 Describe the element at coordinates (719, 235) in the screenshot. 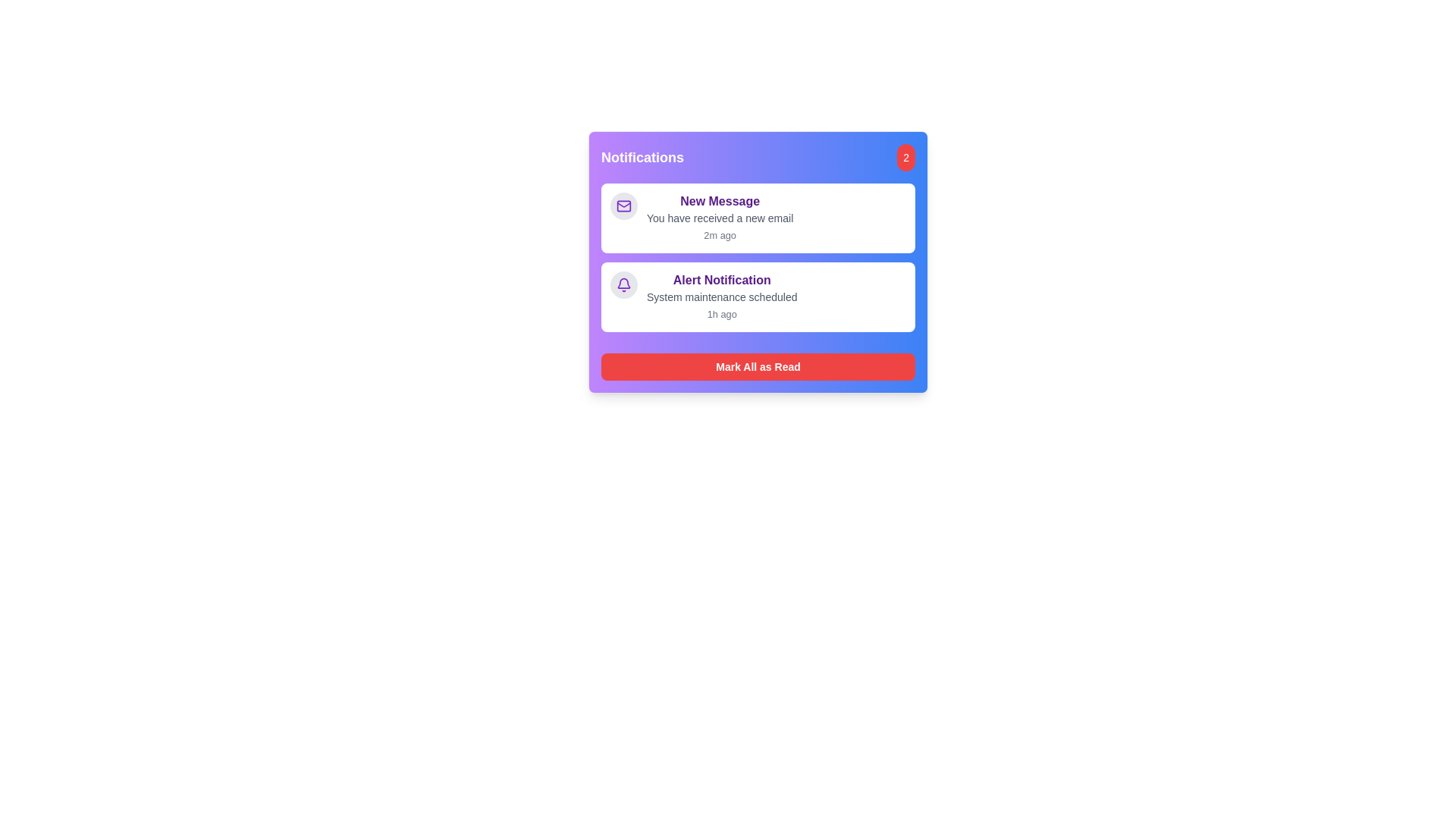

I see `the text label reading '2m ago,' styled in gray, located within the notification box below the message 'You have received a new email.'` at that location.